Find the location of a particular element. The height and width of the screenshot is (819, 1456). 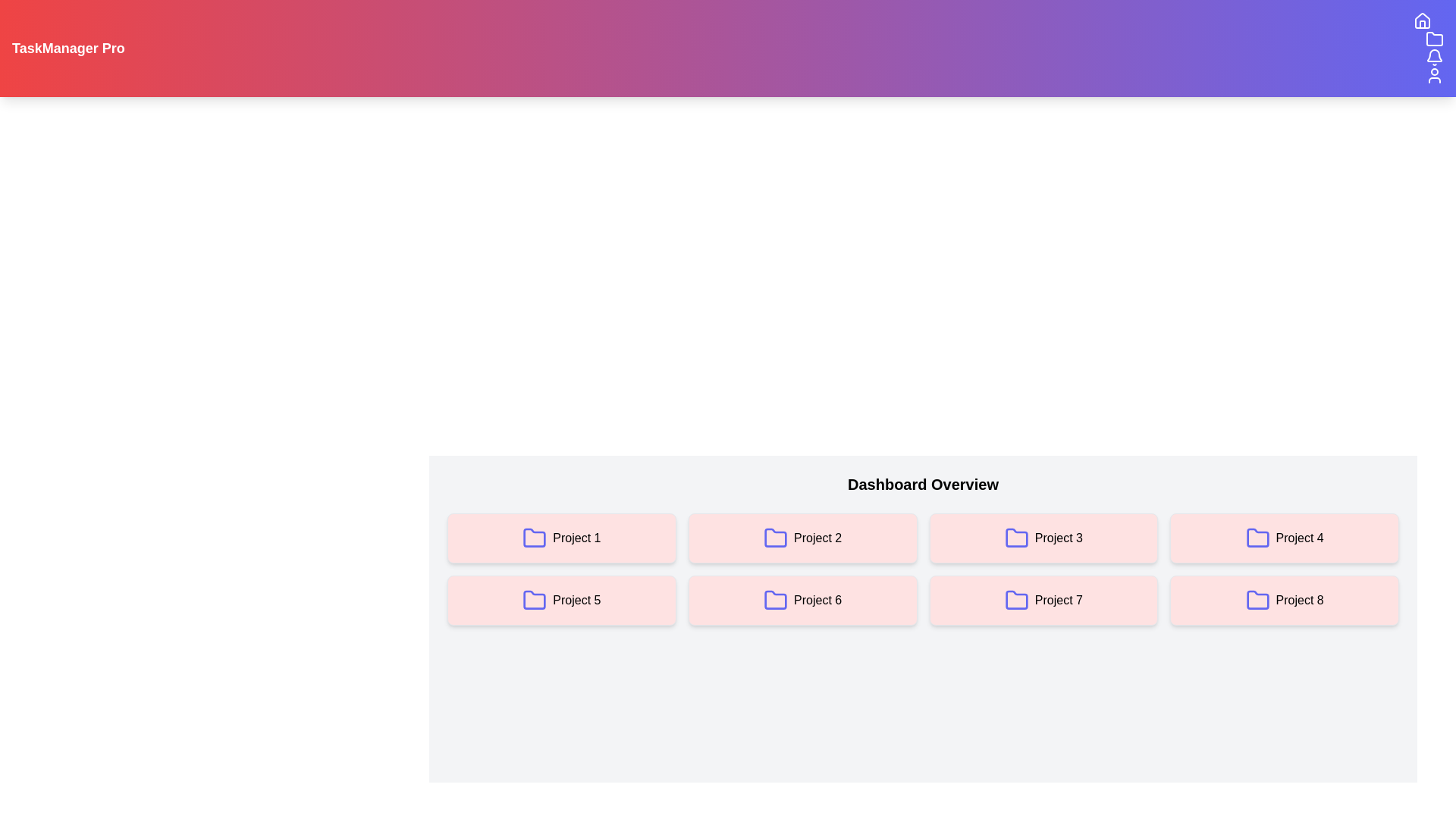

the navigation icon Bell to perform its associated action is located at coordinates (1433, 57).